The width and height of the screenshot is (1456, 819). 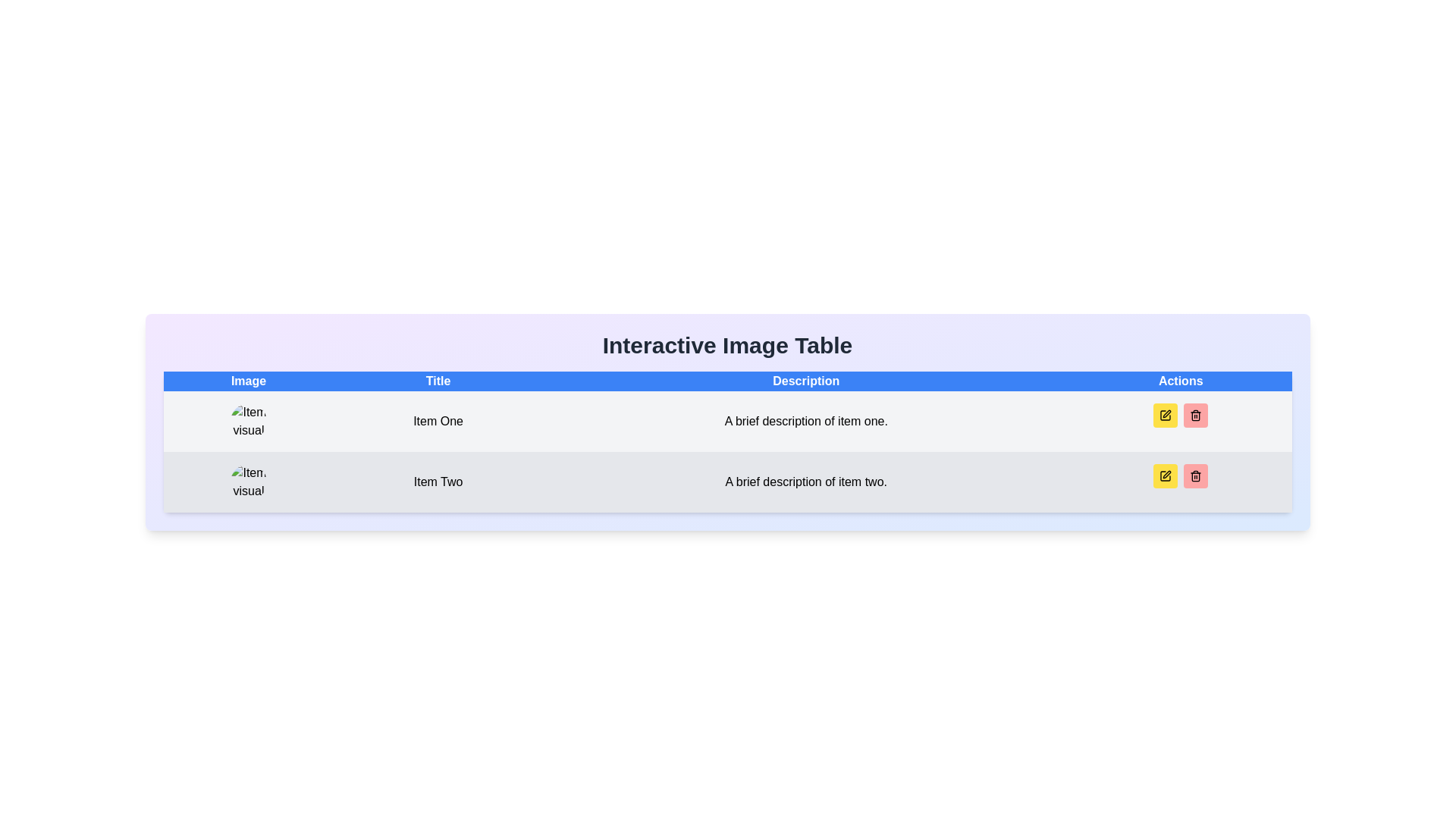 What do you see at coordinates (248, 482) in the screenshot?
I see `the visual placeholder element representing an image or icon in the second row of the table under the 'Image' column, corresponding to 'Item Two' in the 'Title' column` at bounding box center [248, 482].